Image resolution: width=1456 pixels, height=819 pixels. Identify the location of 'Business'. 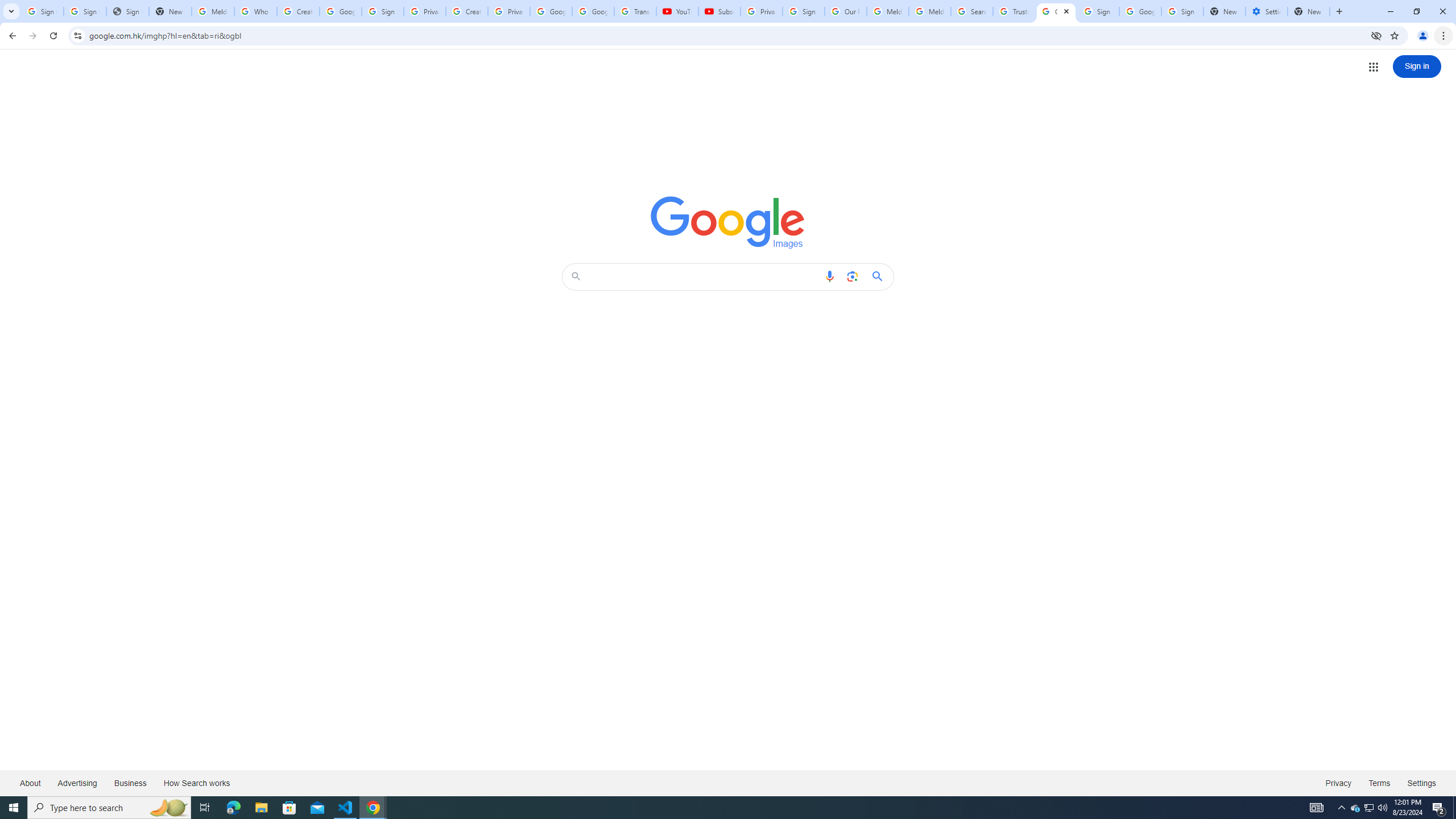
(130, 782).